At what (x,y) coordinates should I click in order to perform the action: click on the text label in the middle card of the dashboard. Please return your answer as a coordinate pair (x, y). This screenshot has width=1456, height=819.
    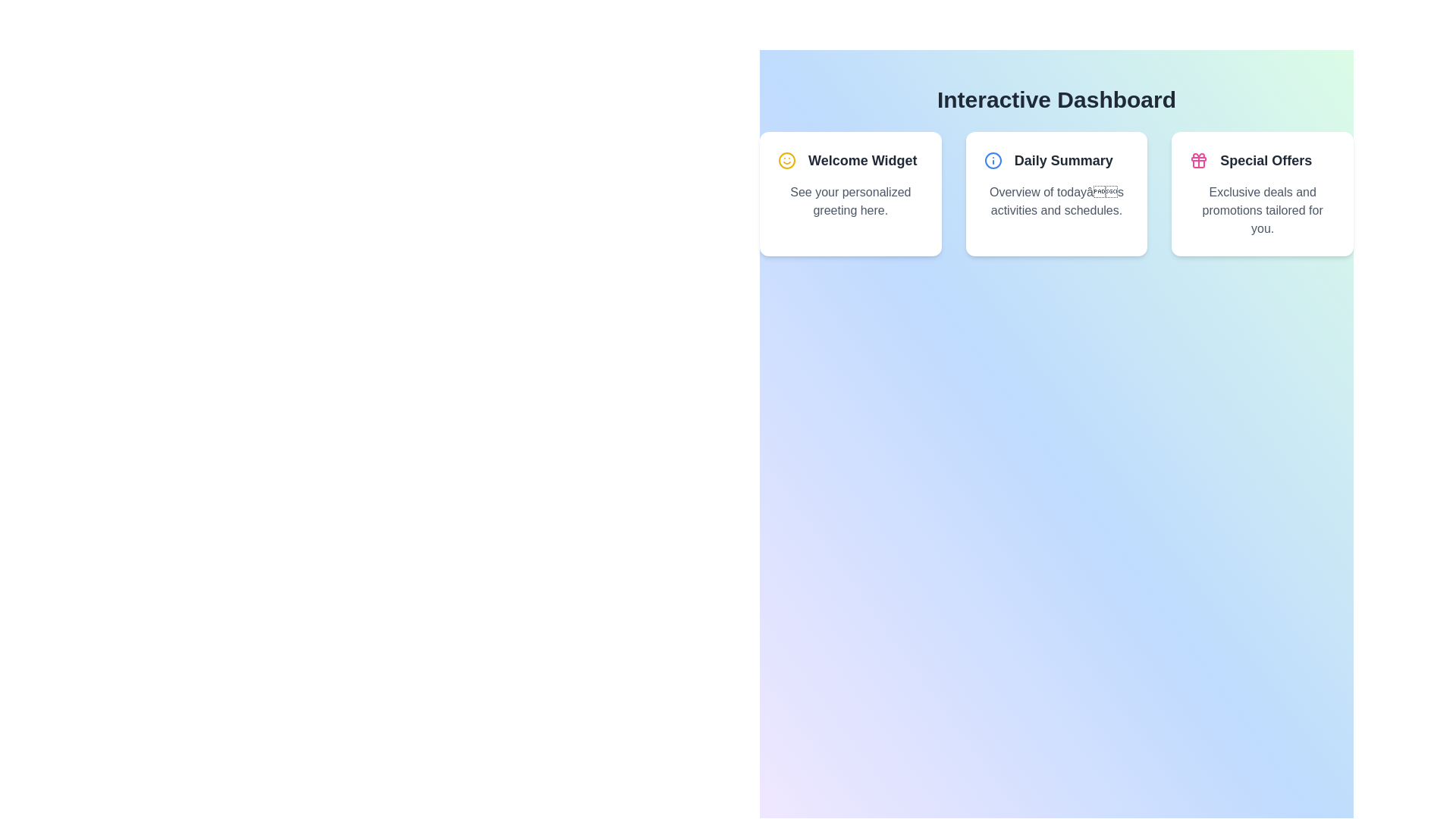
    Looking at the image, I should click on (1062, 161).